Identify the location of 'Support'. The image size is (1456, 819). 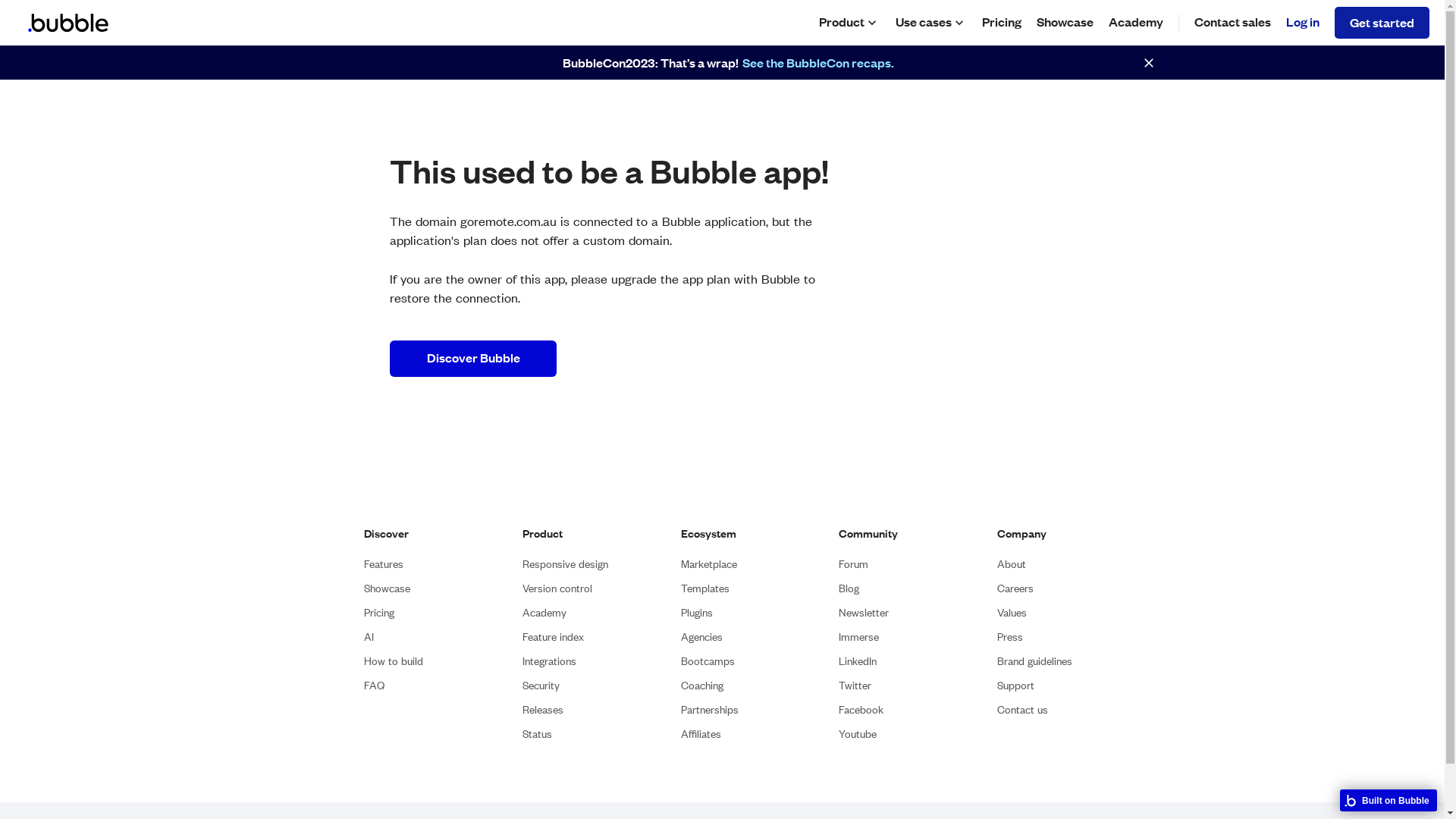
(1015, 685).